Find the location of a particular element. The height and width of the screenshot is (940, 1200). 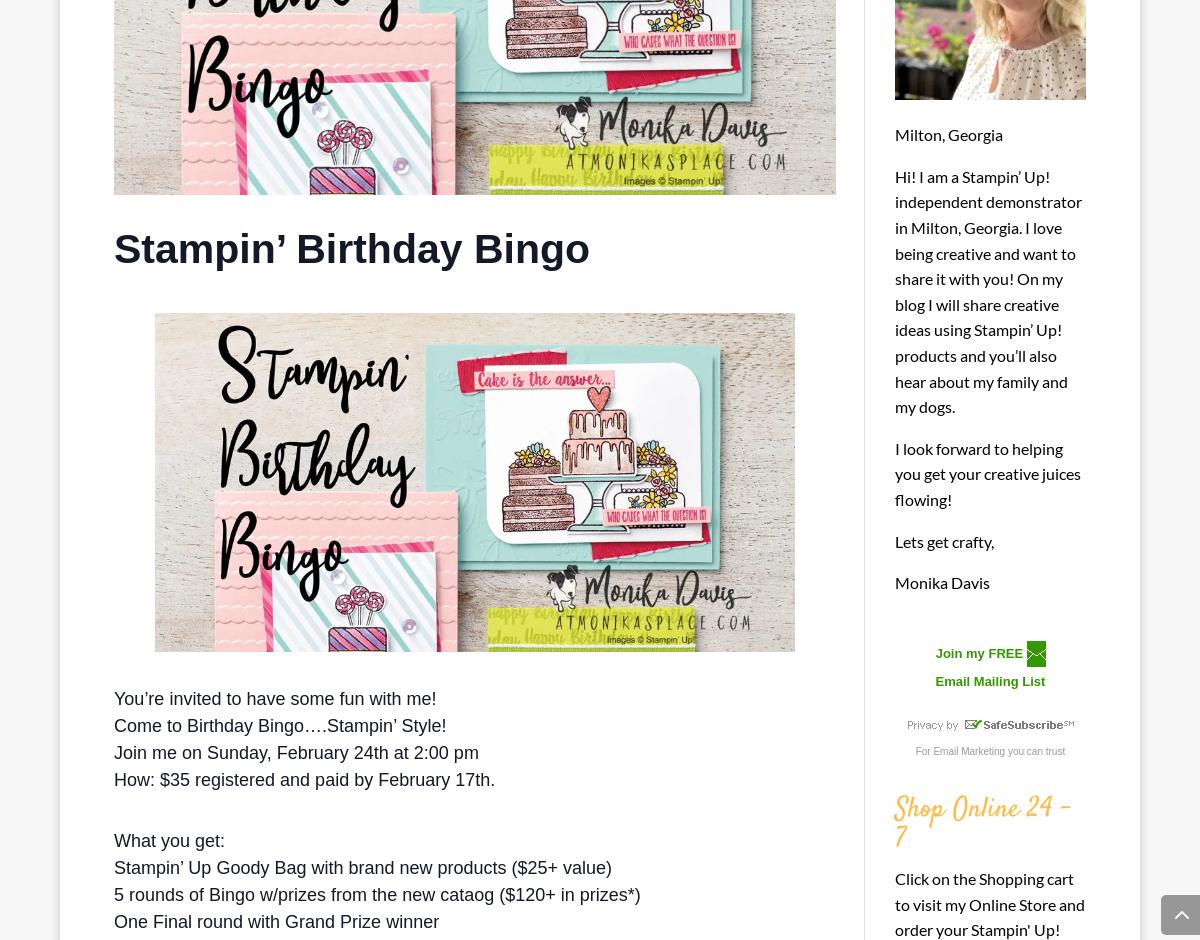

'How: $35 registered and paid by February 17th.' is located at coordinates (306, 779).